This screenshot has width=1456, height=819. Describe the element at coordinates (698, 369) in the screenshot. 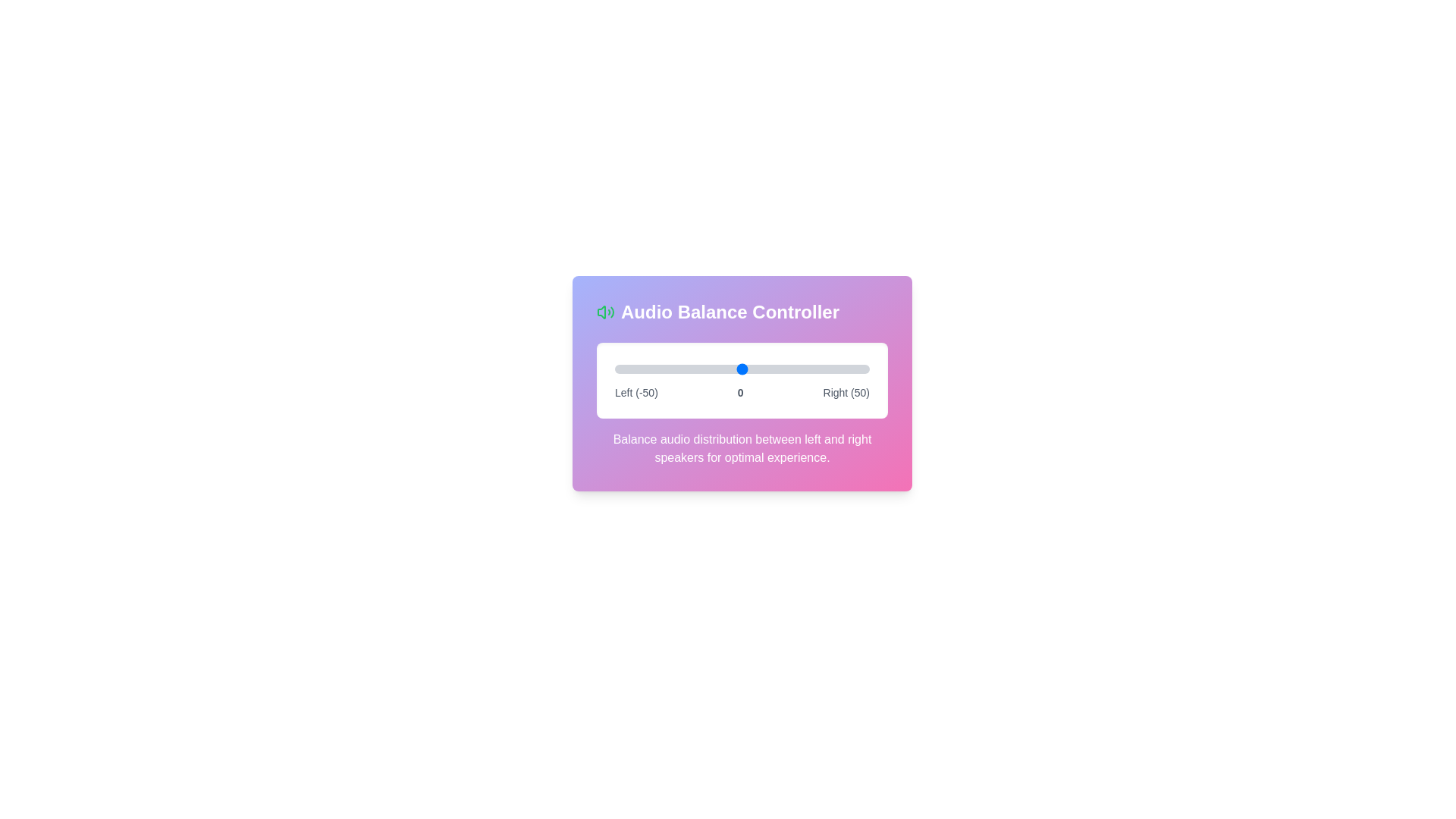

I see `the balance slider to set the audio balance to -17` at that location.